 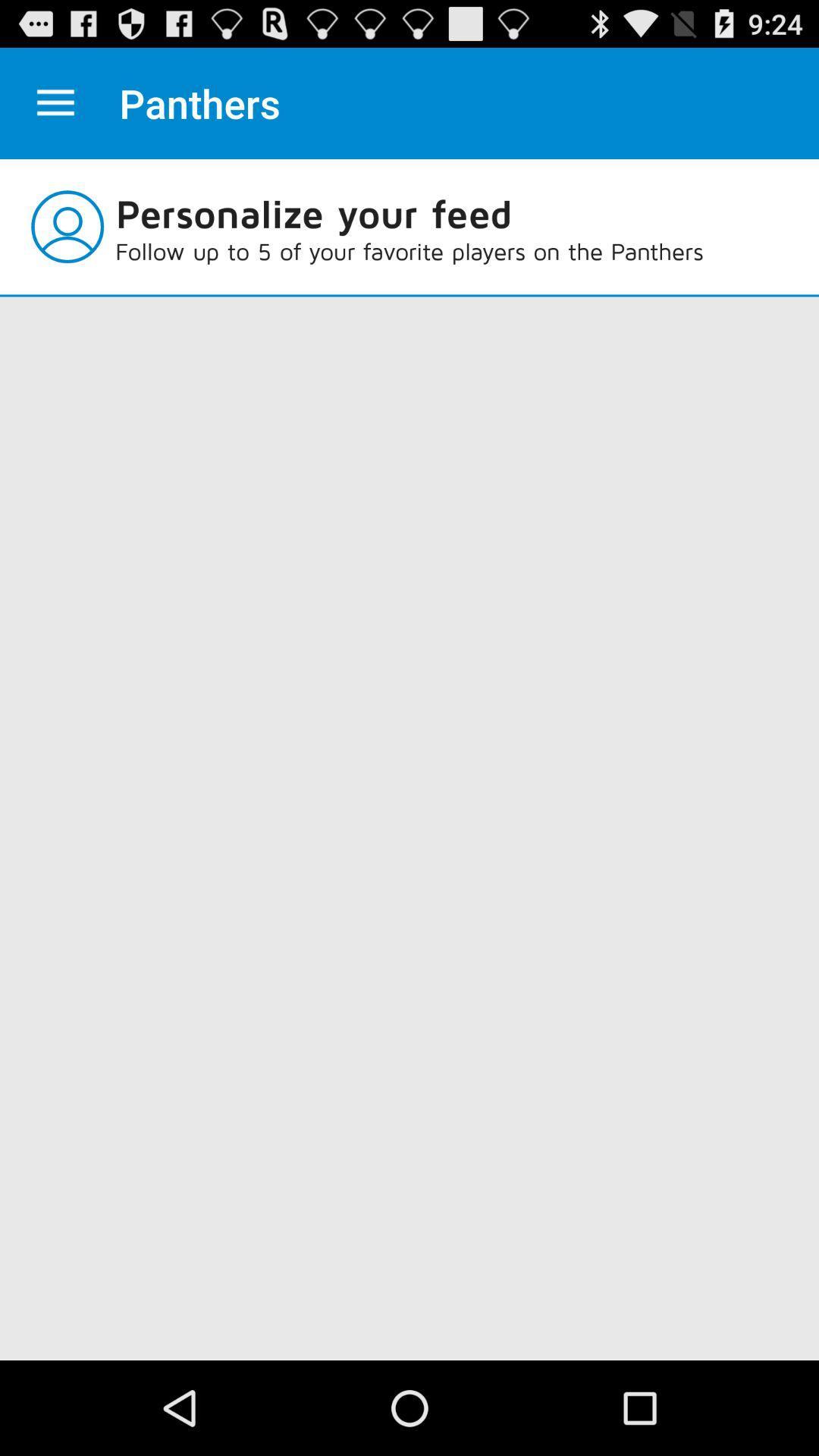 What do you see at coordinates (55, 102) in the screenshot?
I see `open menu` at bounding box center [55, 102].